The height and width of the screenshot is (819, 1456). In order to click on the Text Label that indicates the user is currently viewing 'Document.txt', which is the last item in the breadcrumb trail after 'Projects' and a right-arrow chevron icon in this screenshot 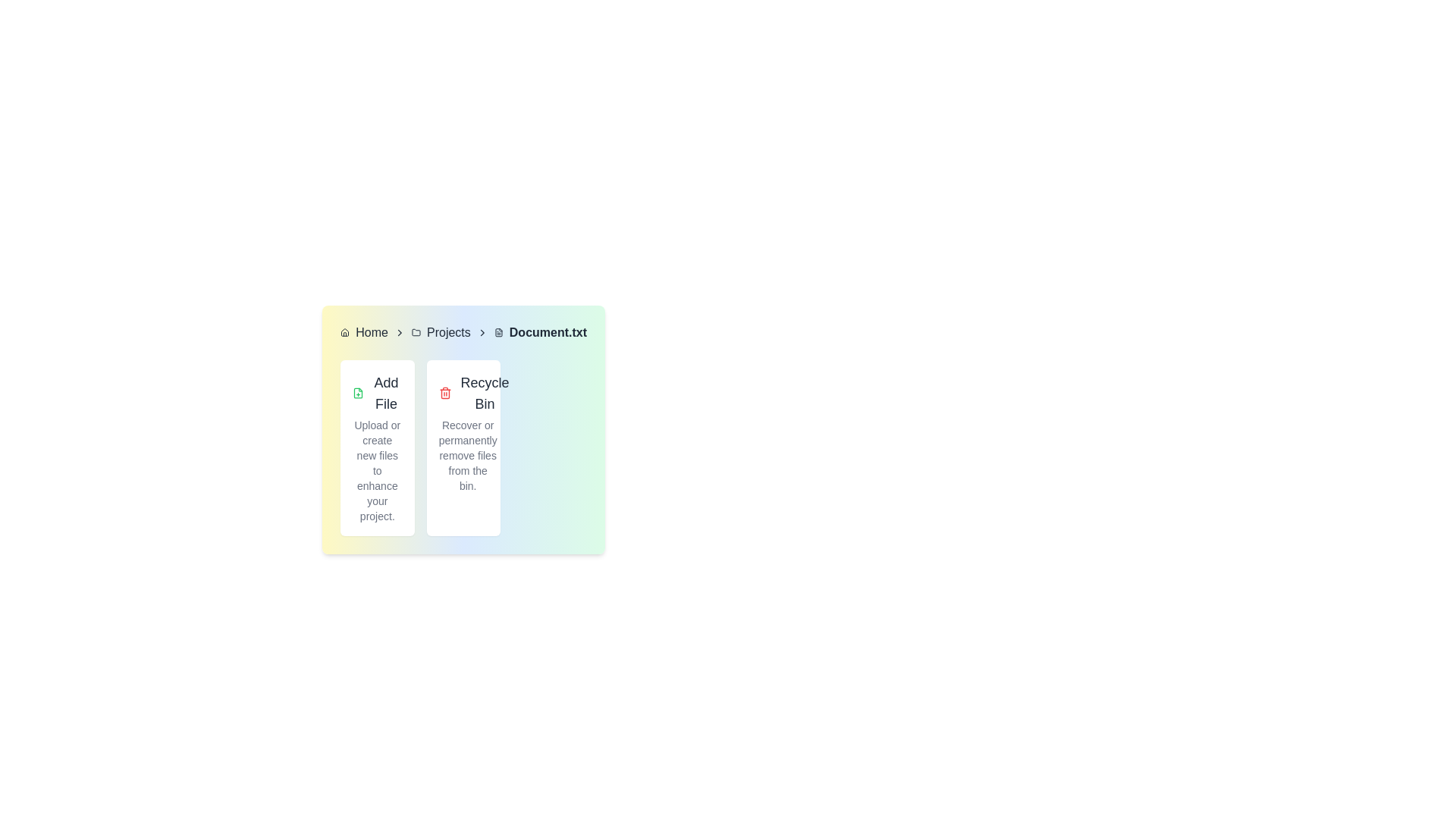, I will do `click(547, 332)`.